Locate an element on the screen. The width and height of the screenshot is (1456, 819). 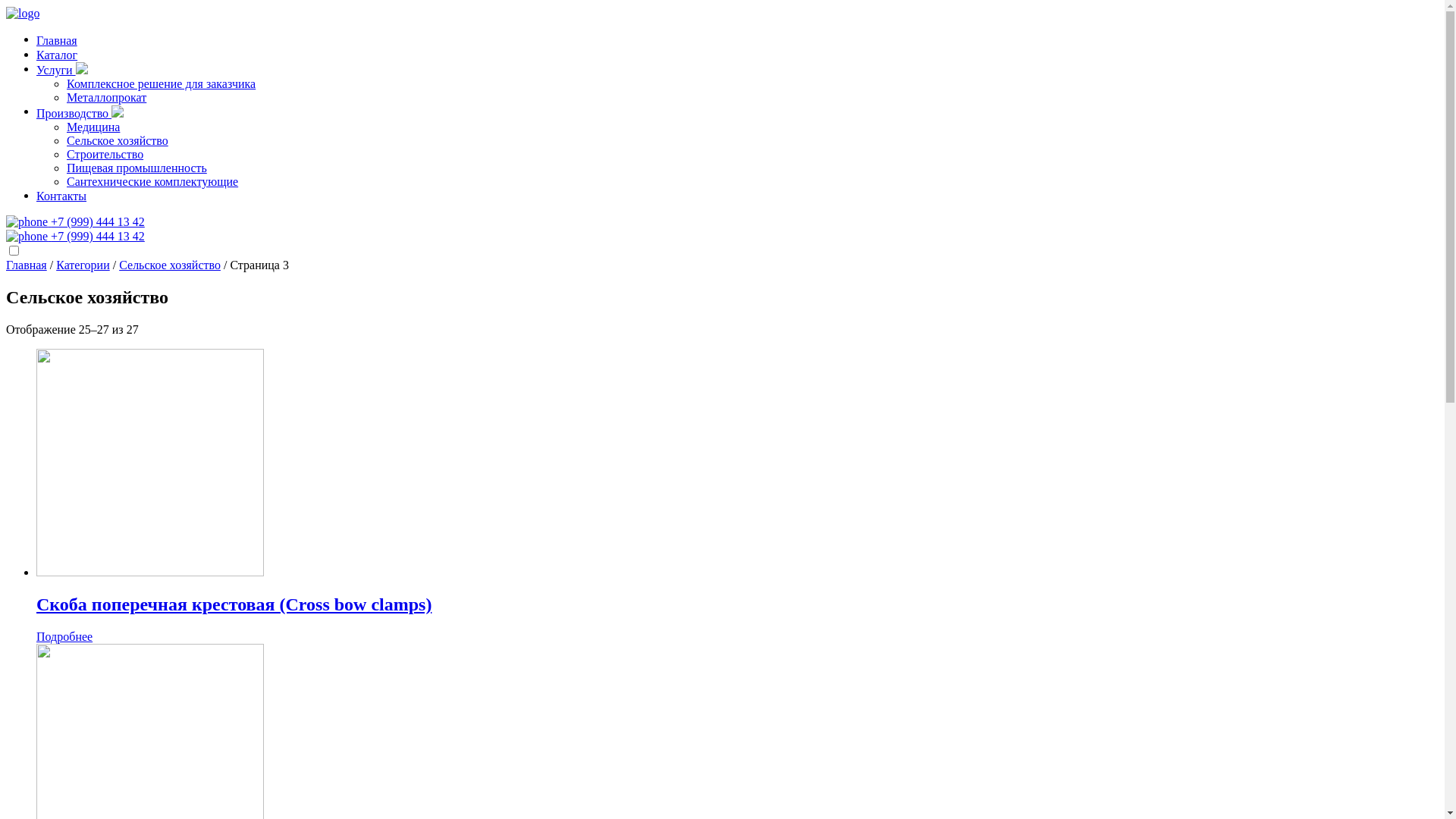
'+7 (999) 444 13 42' is located at coordinates (78, 233).